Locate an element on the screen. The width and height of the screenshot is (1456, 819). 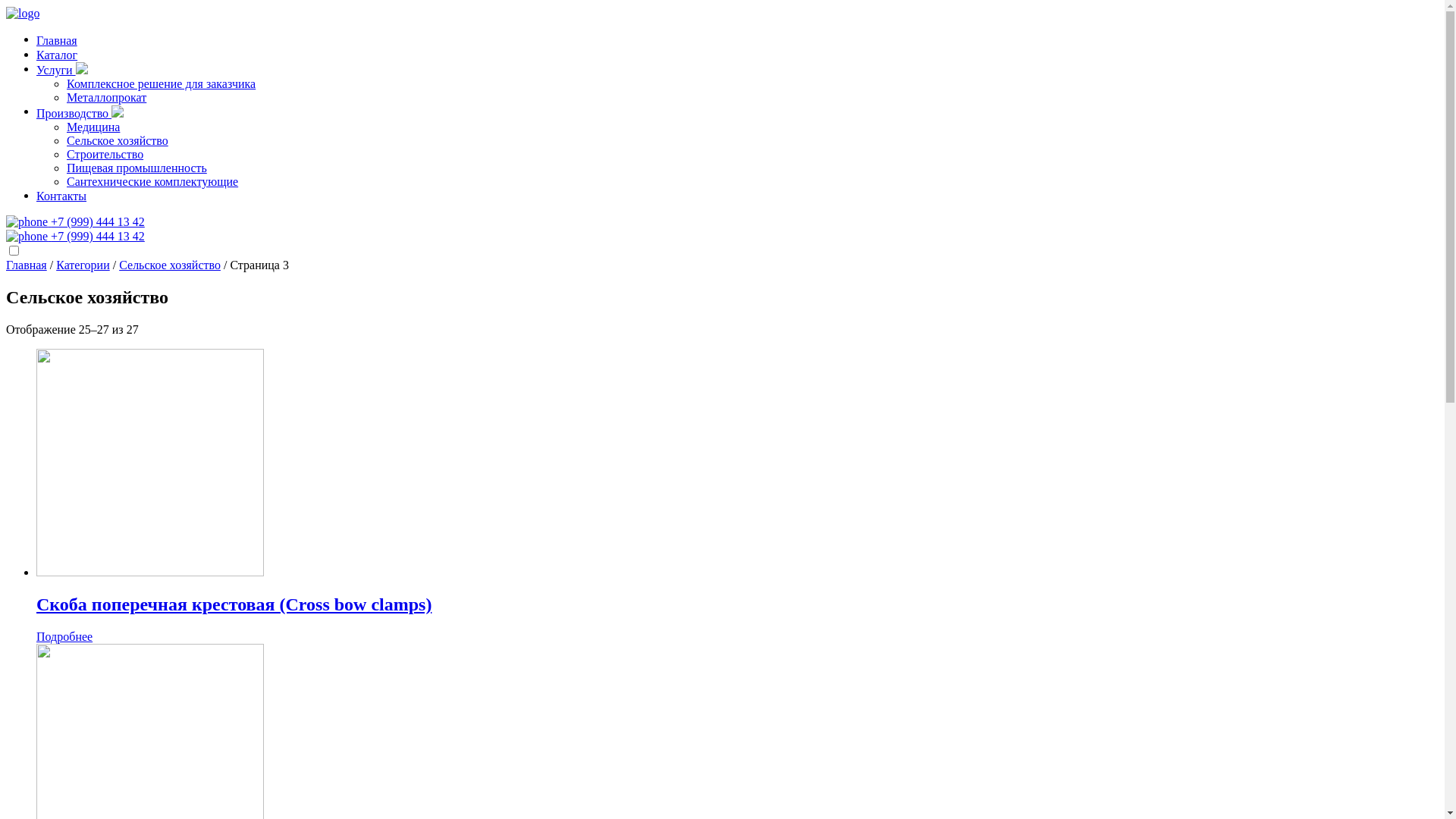
'+7 (999) 444 13 42' is located at coordinates (78, 233).